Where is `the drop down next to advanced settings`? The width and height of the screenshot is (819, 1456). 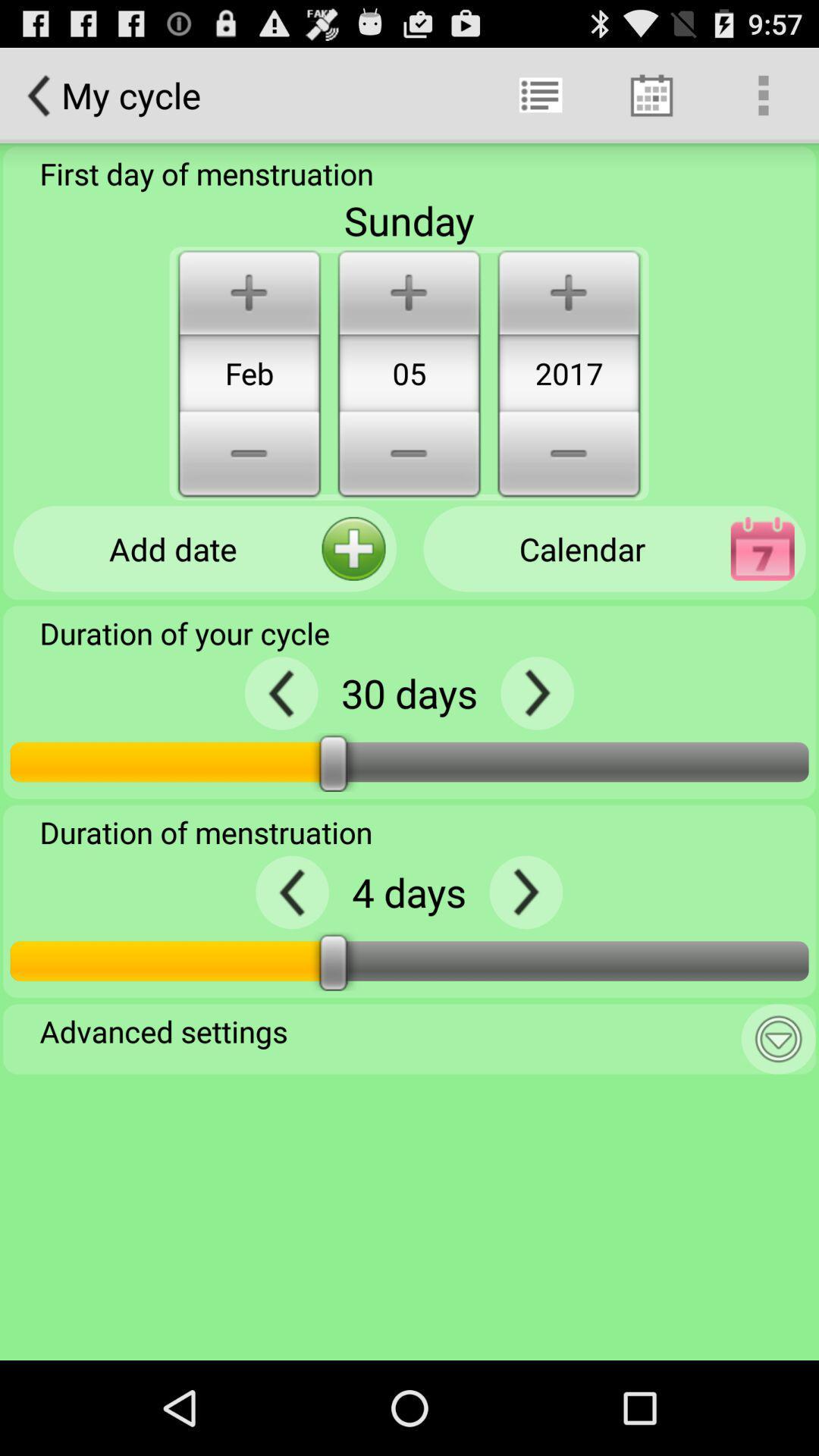
the drop down next to advanced settings is located at coordinates (778, 1038).